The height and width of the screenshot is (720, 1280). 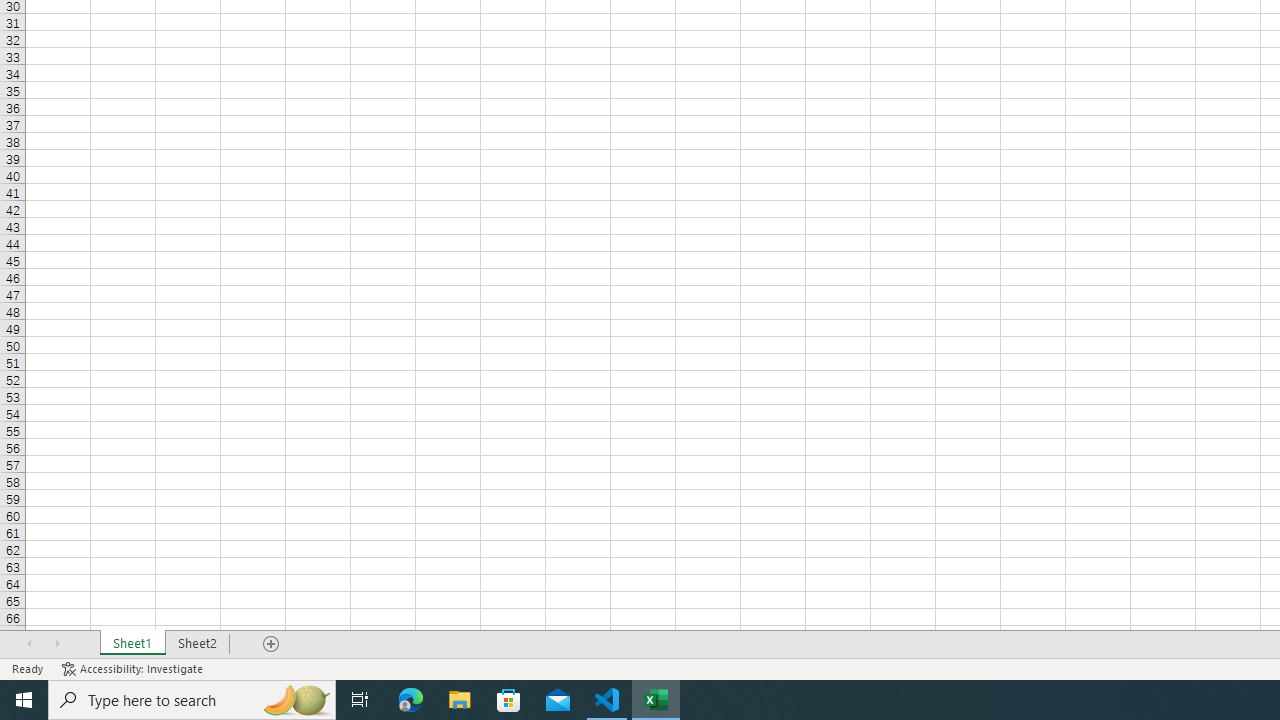 I want to click on 'Accessibility Checker Accessibility: Investigate', so click(x=133, y=669).